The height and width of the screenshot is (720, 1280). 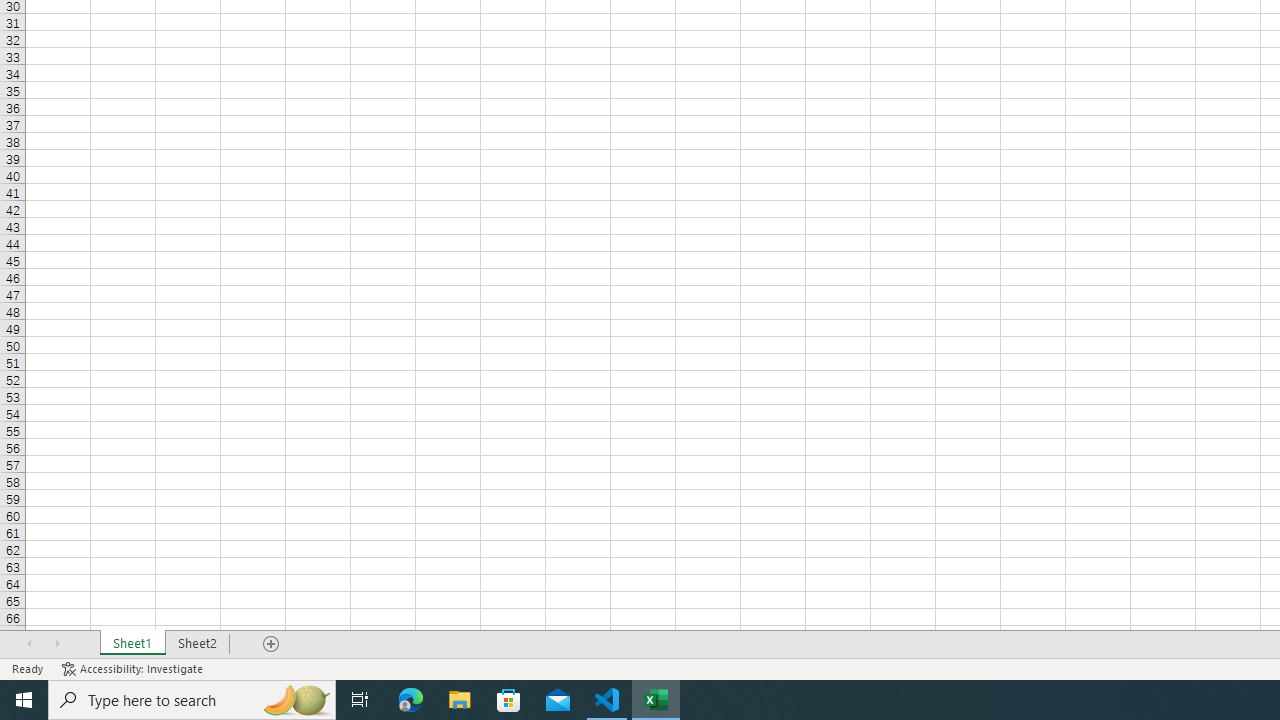 I want to click on 'Accessibility Checker Accessibility: Investigate', so click(x=133, y=669).